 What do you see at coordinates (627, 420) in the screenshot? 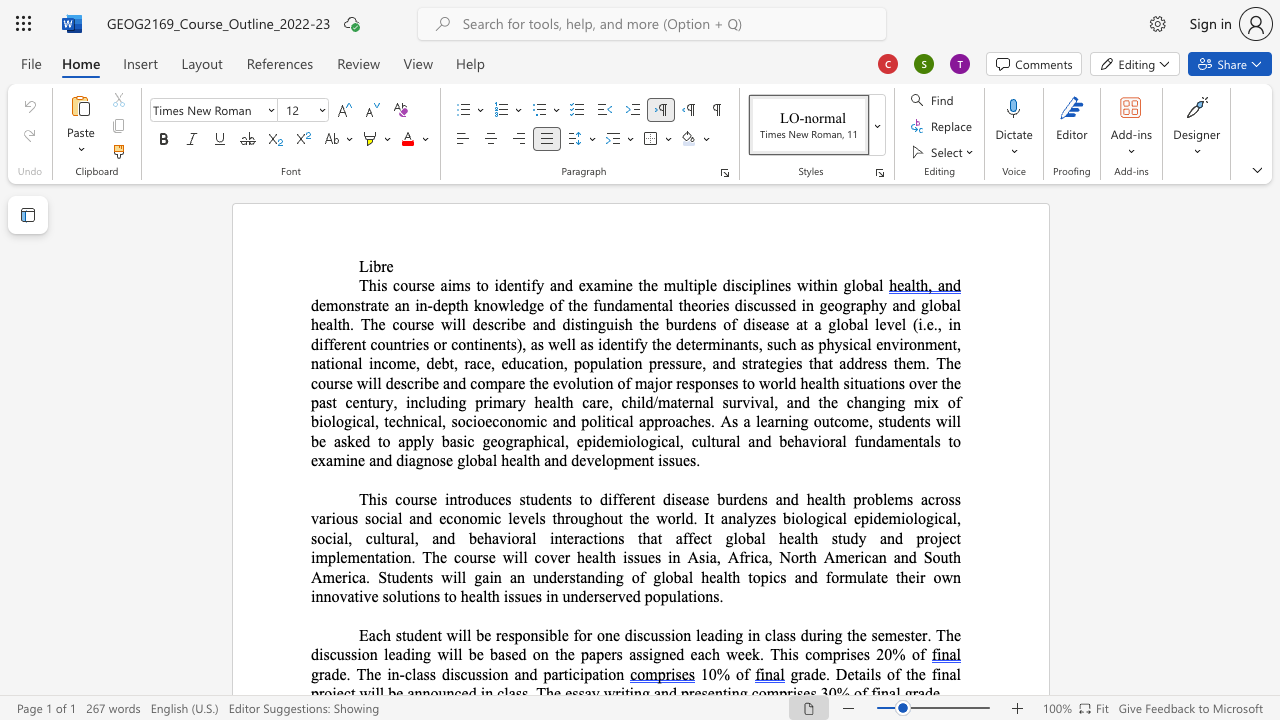
I see `the space between the continuous character "a" and "l" in the text` at bounding box center [627, 420].